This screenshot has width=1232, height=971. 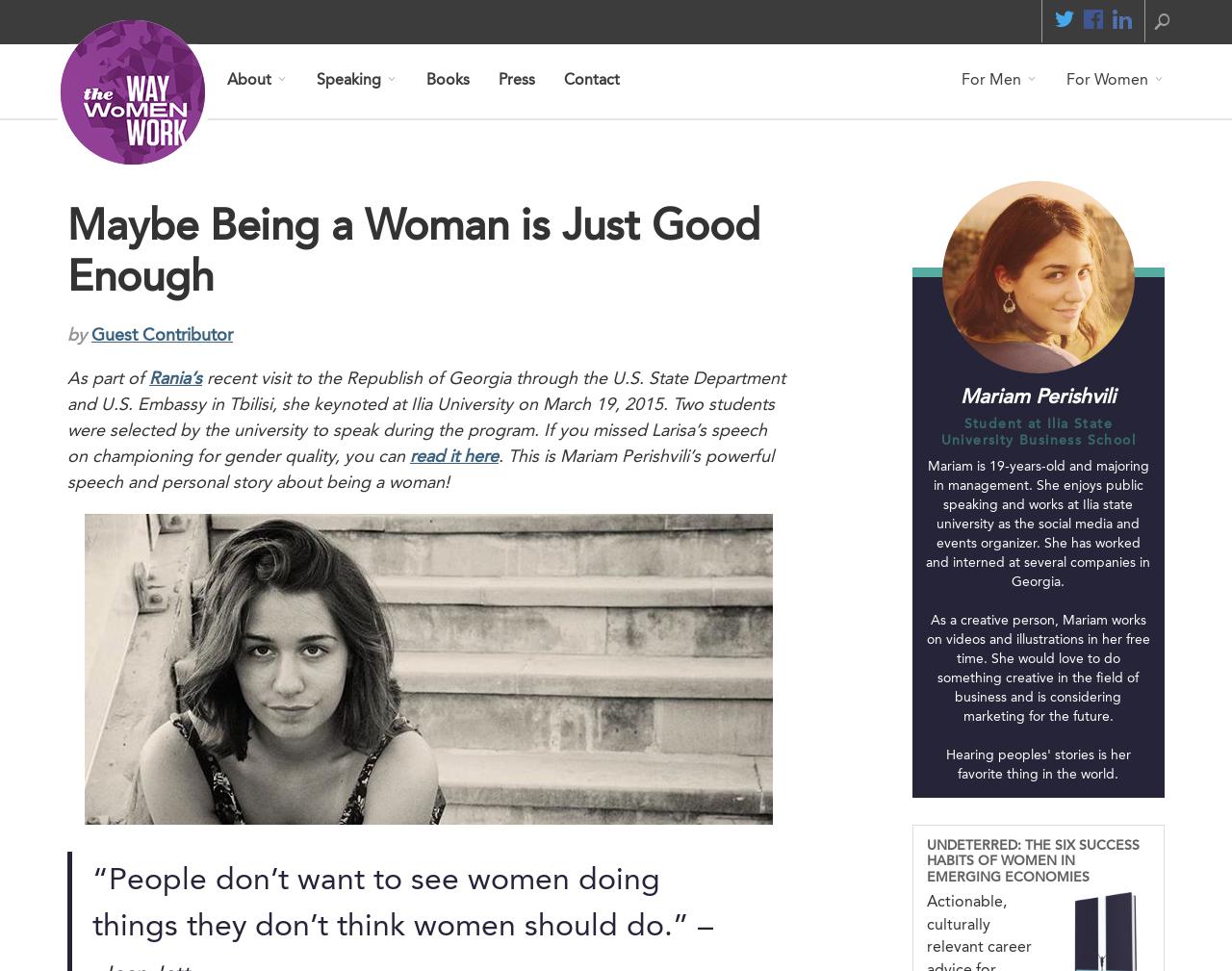 I want to click on 'Hearing peoples' stories is her favorite thing in the world.', so click(x=1037, y=763).